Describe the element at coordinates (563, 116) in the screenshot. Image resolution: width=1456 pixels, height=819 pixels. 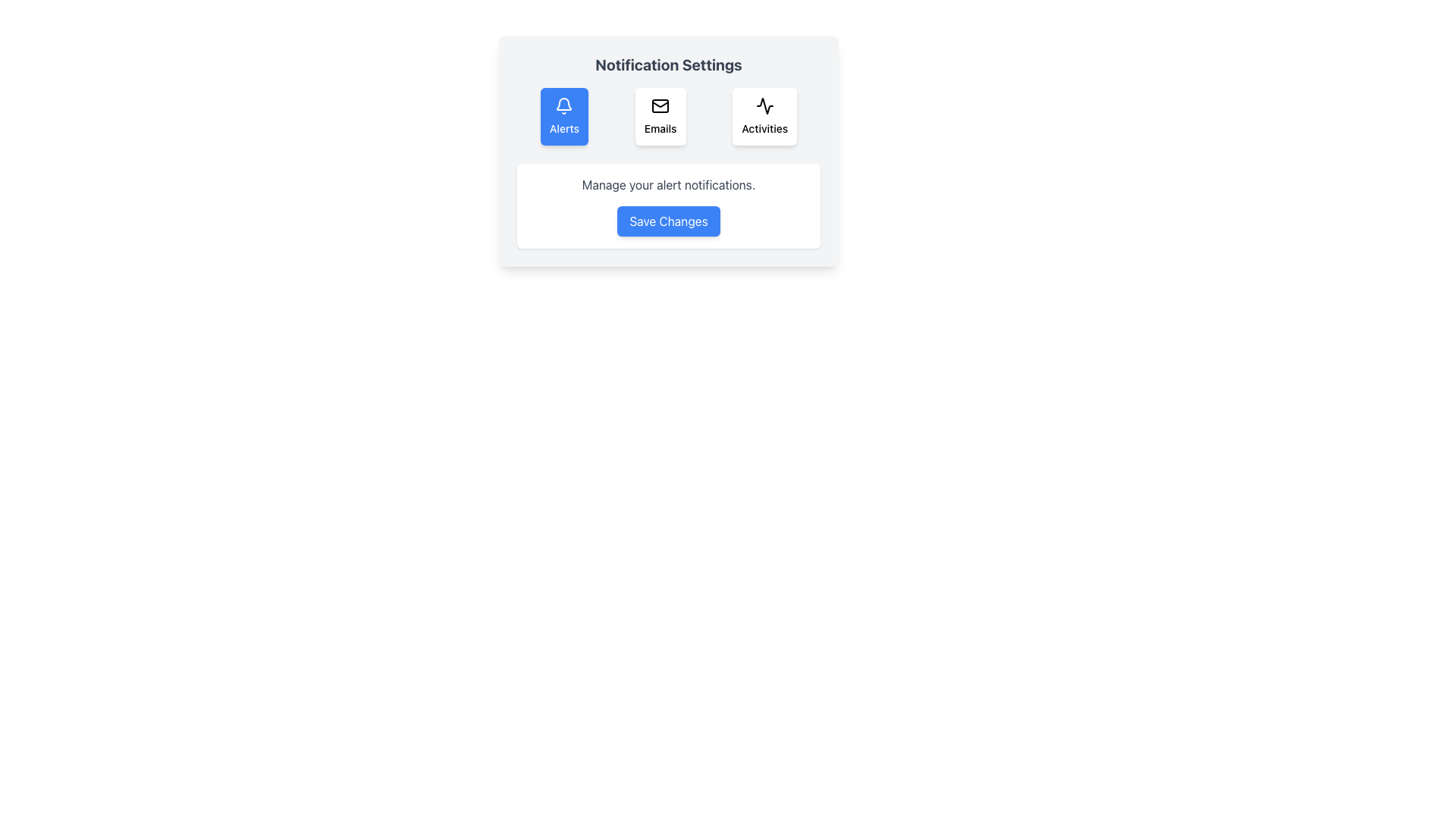
I see `the leftmost button under 'Notification Settings'` at that location.